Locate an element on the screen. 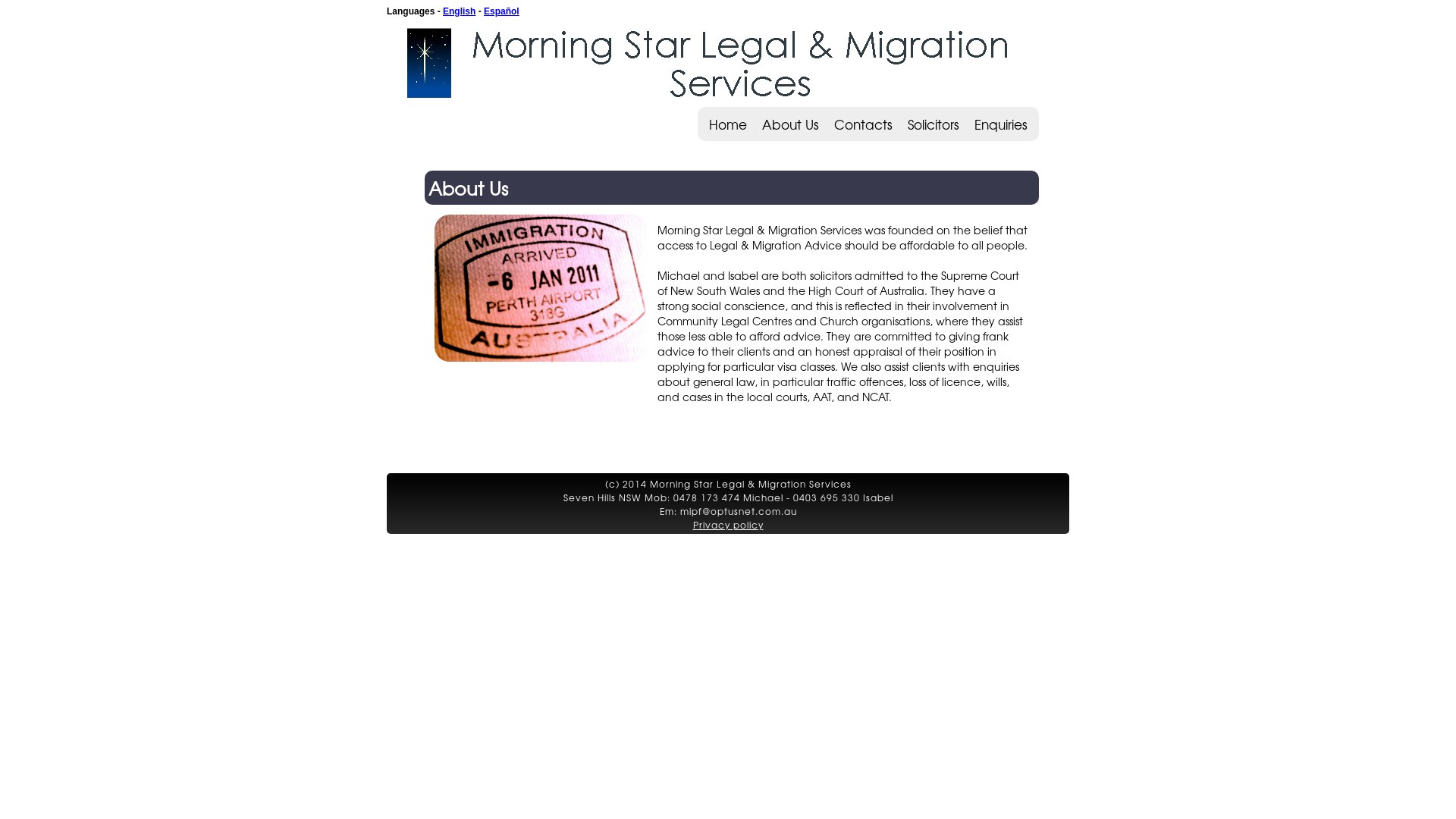 The image size is (1456, 819). 'Contacts' is located at coordinates (863, 123).